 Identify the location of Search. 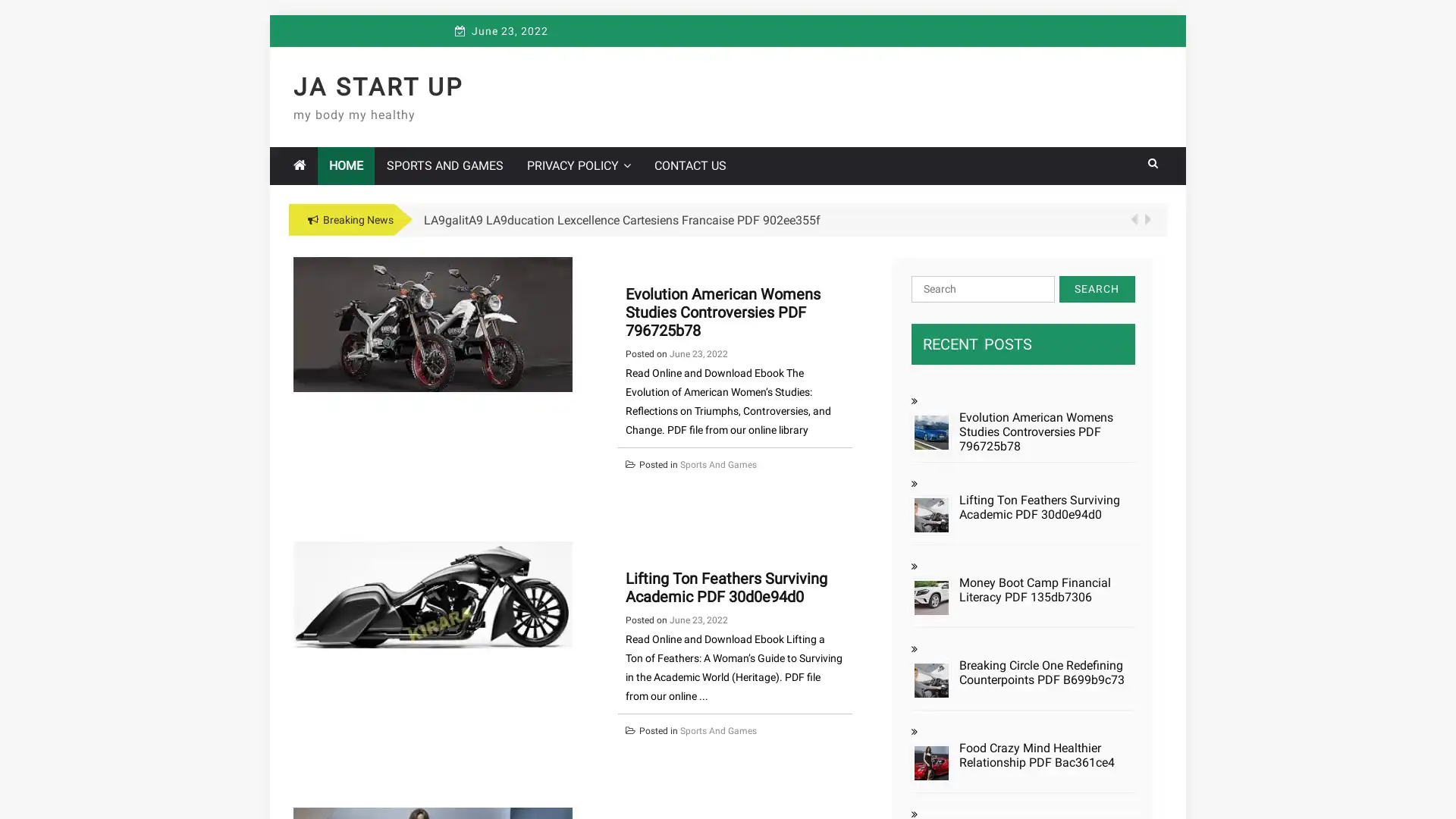
(1096, 288).